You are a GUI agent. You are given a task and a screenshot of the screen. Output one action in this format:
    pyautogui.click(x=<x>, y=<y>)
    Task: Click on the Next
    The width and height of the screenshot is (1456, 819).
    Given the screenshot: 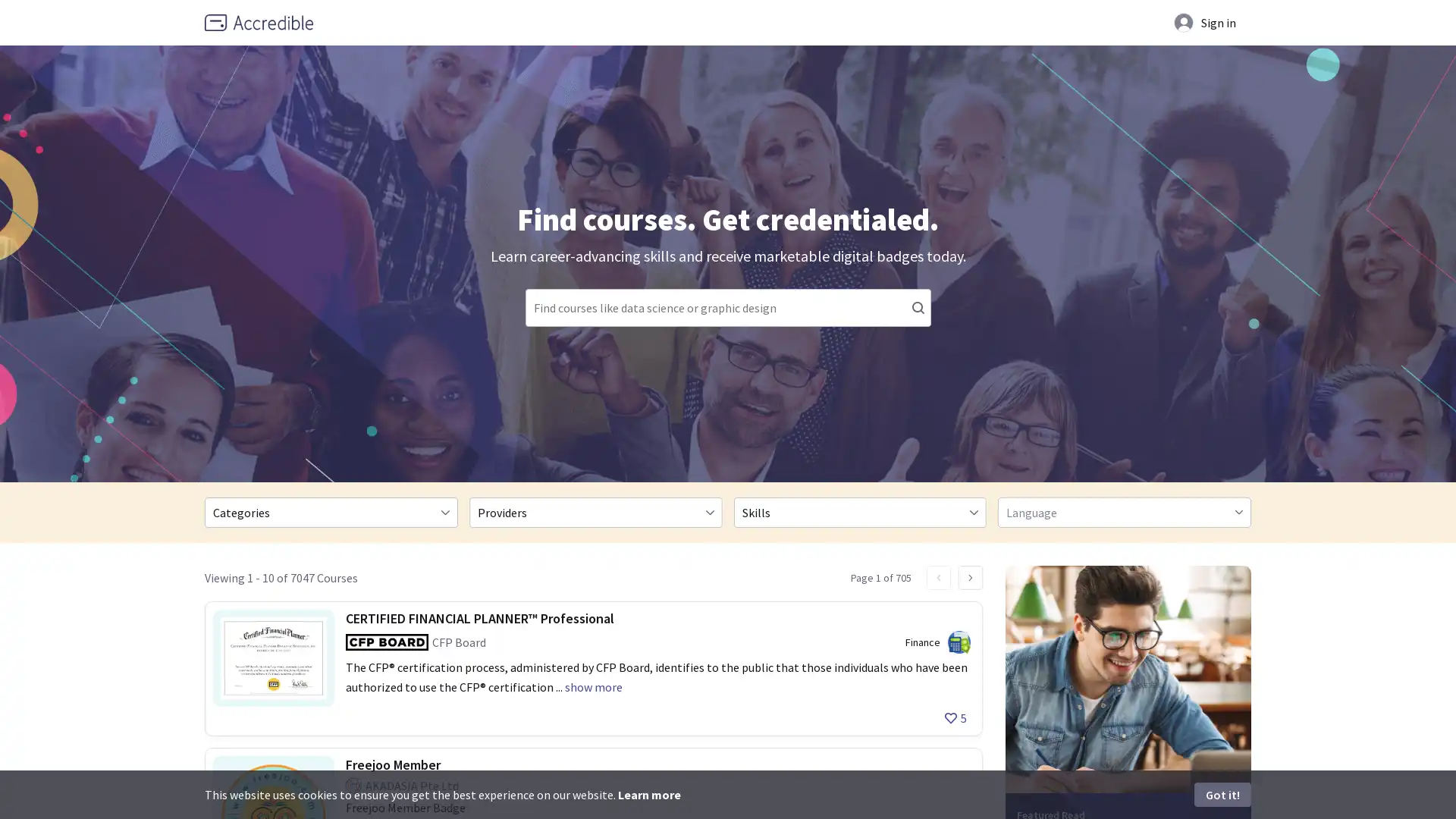 What is the action you would take?
    pyautogui.click(x=971, y=578)
    